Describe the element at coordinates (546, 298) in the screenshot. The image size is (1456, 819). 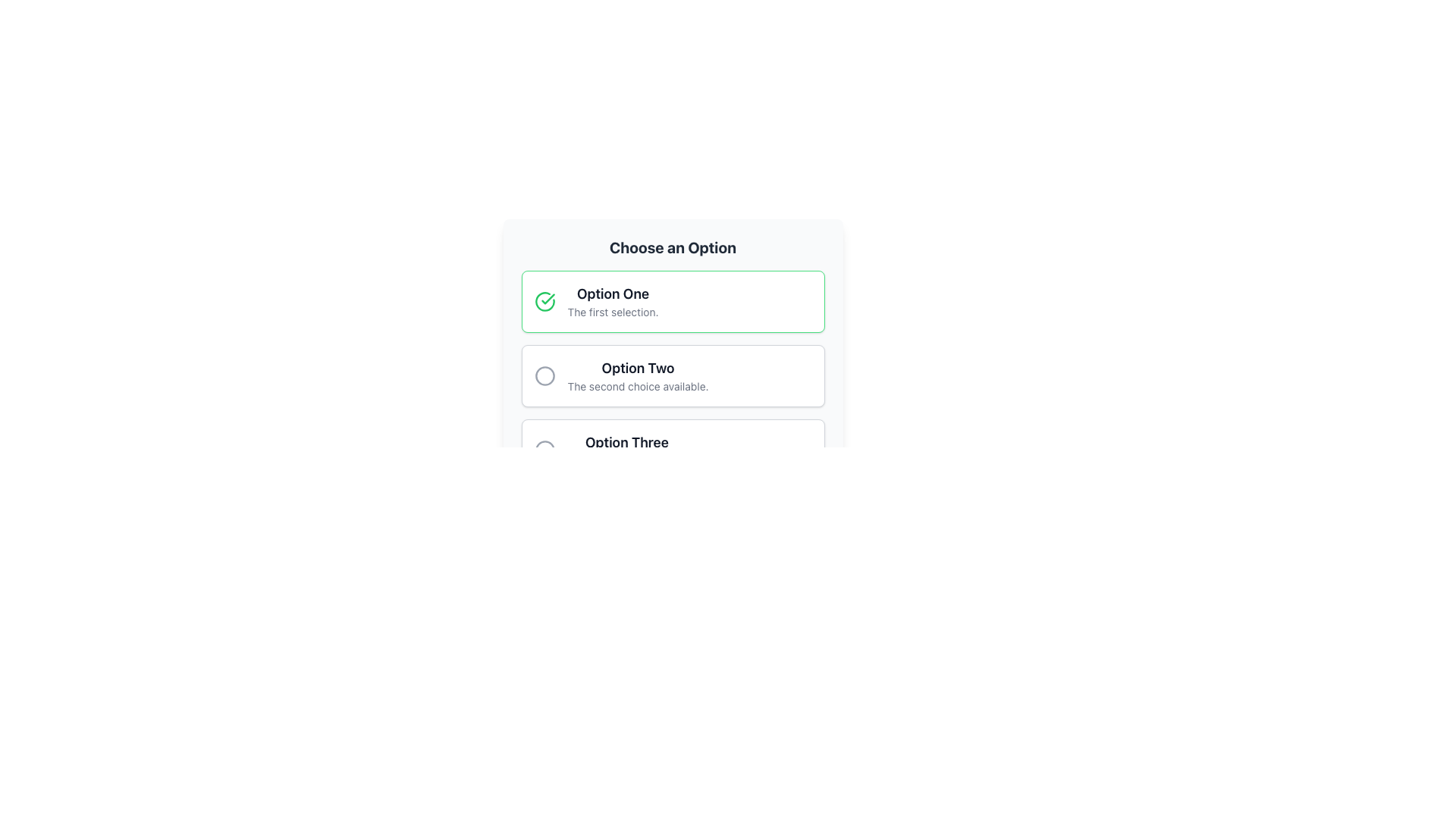
I see `the icon that visually confirms the selection of 'Option One', located to the left of the text label 'Option One'` at that location.